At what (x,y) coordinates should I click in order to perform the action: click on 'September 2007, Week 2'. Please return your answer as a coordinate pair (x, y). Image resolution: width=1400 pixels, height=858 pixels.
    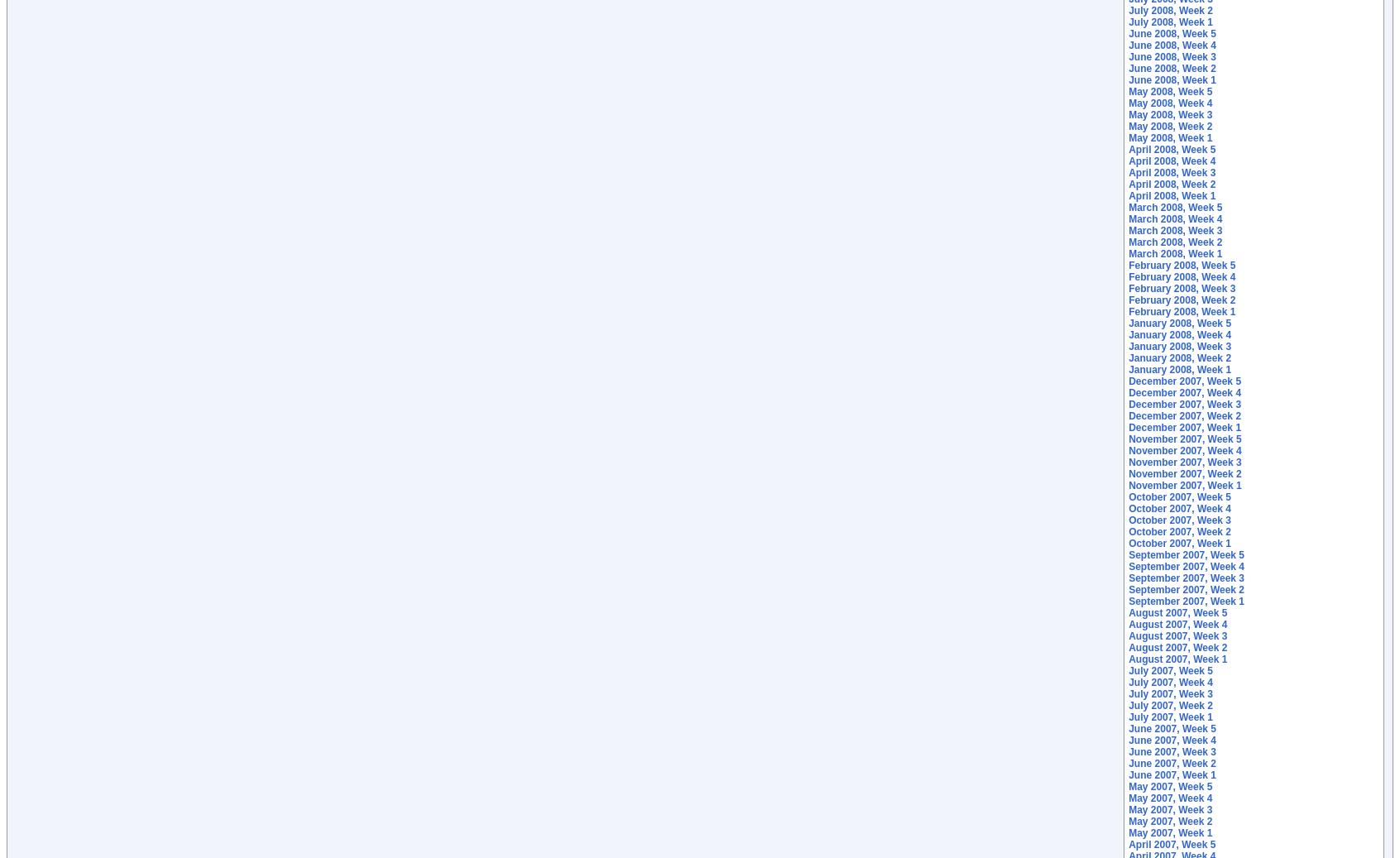
    Looking at the image, I should click on (1185, 590).